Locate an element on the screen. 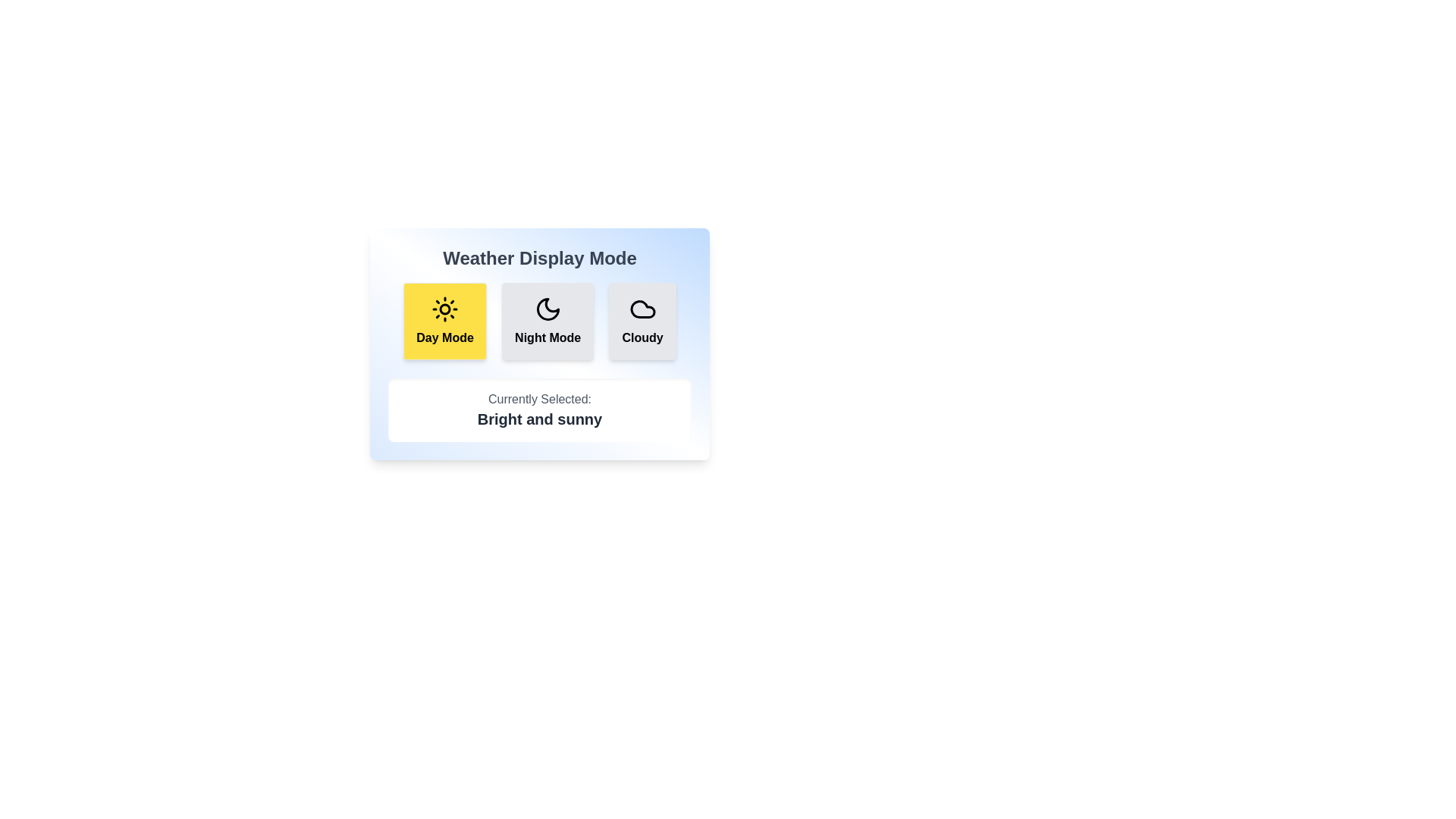  the weather display mode by clicking on the button corresponding to Cloudy is located at coordinates (642, 321).